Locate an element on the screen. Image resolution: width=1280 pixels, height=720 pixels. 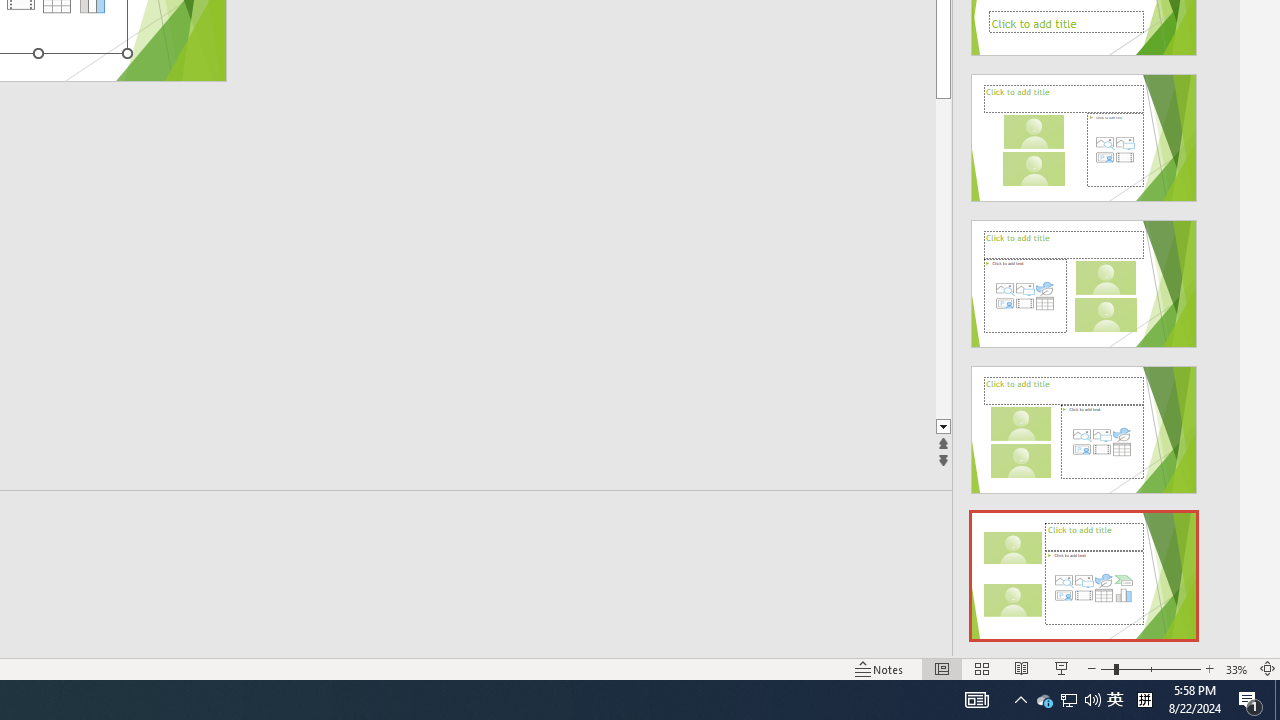
'Design Idea' is located at coordinates (1083, 569).